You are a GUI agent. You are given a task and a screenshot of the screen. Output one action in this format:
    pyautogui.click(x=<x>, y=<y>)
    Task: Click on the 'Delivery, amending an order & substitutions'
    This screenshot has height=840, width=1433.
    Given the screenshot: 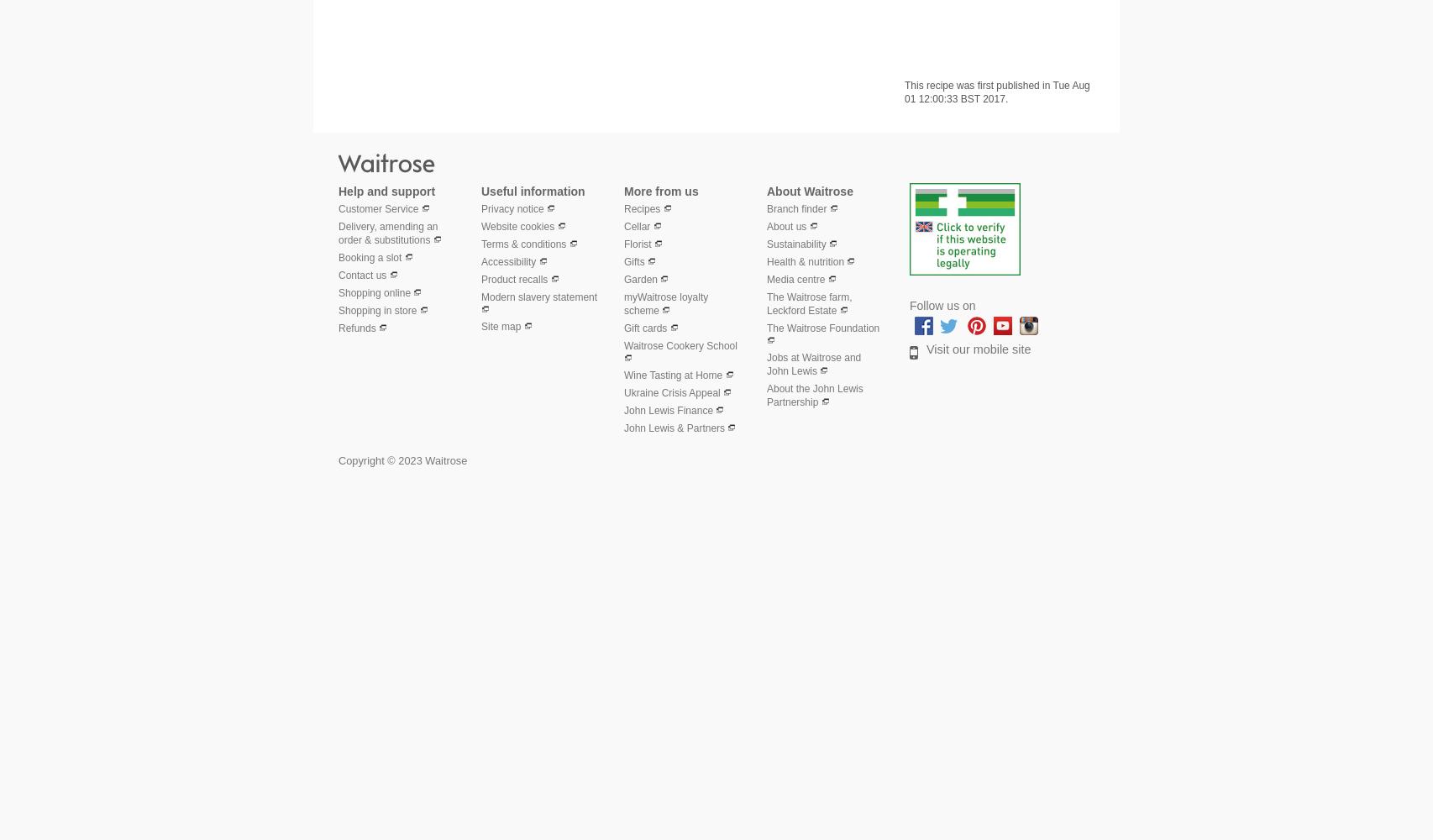 What is the action you would take?
    pyautogui.click(x=386, y=233)
    